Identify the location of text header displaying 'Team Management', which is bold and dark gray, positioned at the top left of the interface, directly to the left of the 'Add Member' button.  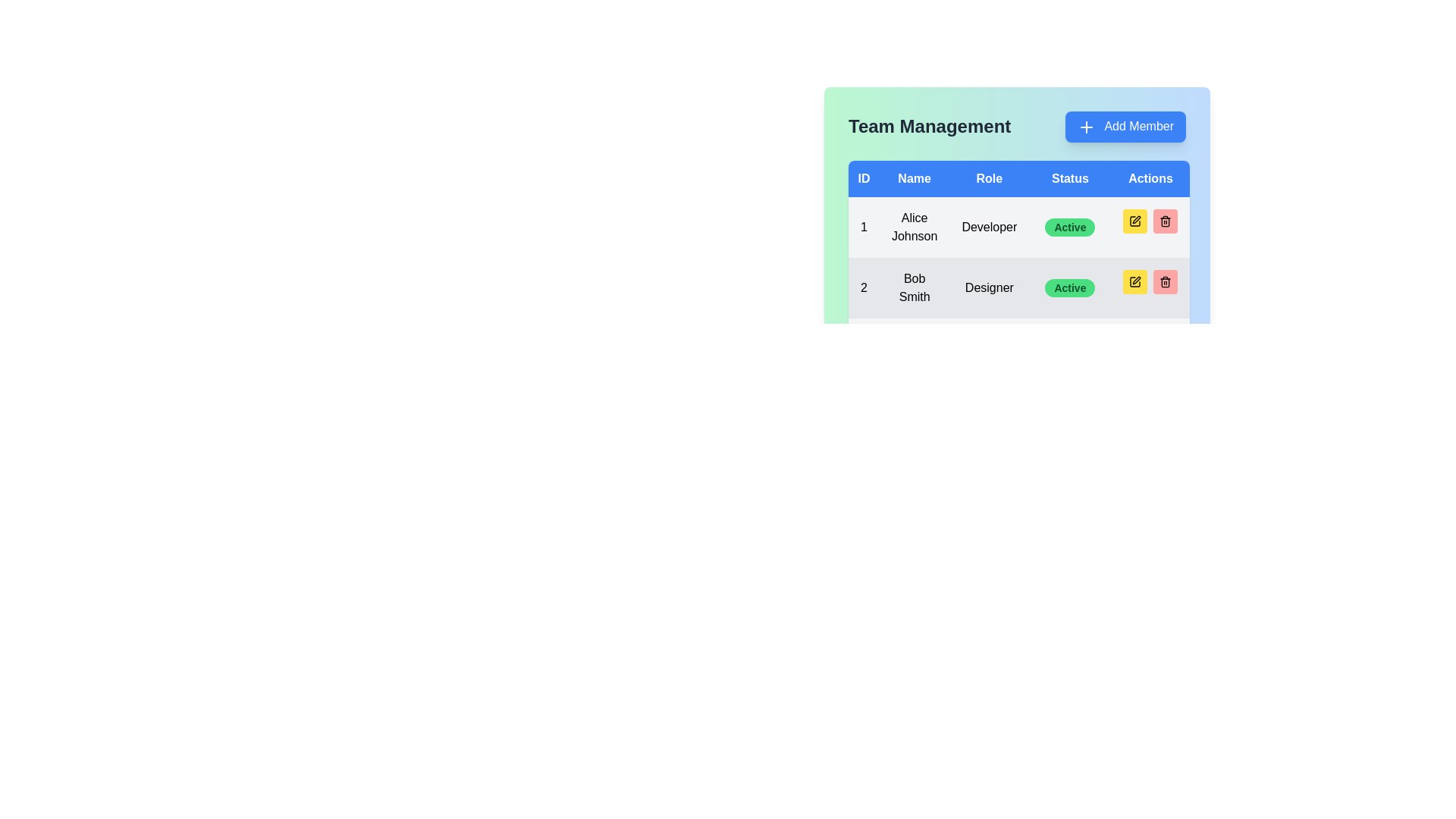
(929, 126).